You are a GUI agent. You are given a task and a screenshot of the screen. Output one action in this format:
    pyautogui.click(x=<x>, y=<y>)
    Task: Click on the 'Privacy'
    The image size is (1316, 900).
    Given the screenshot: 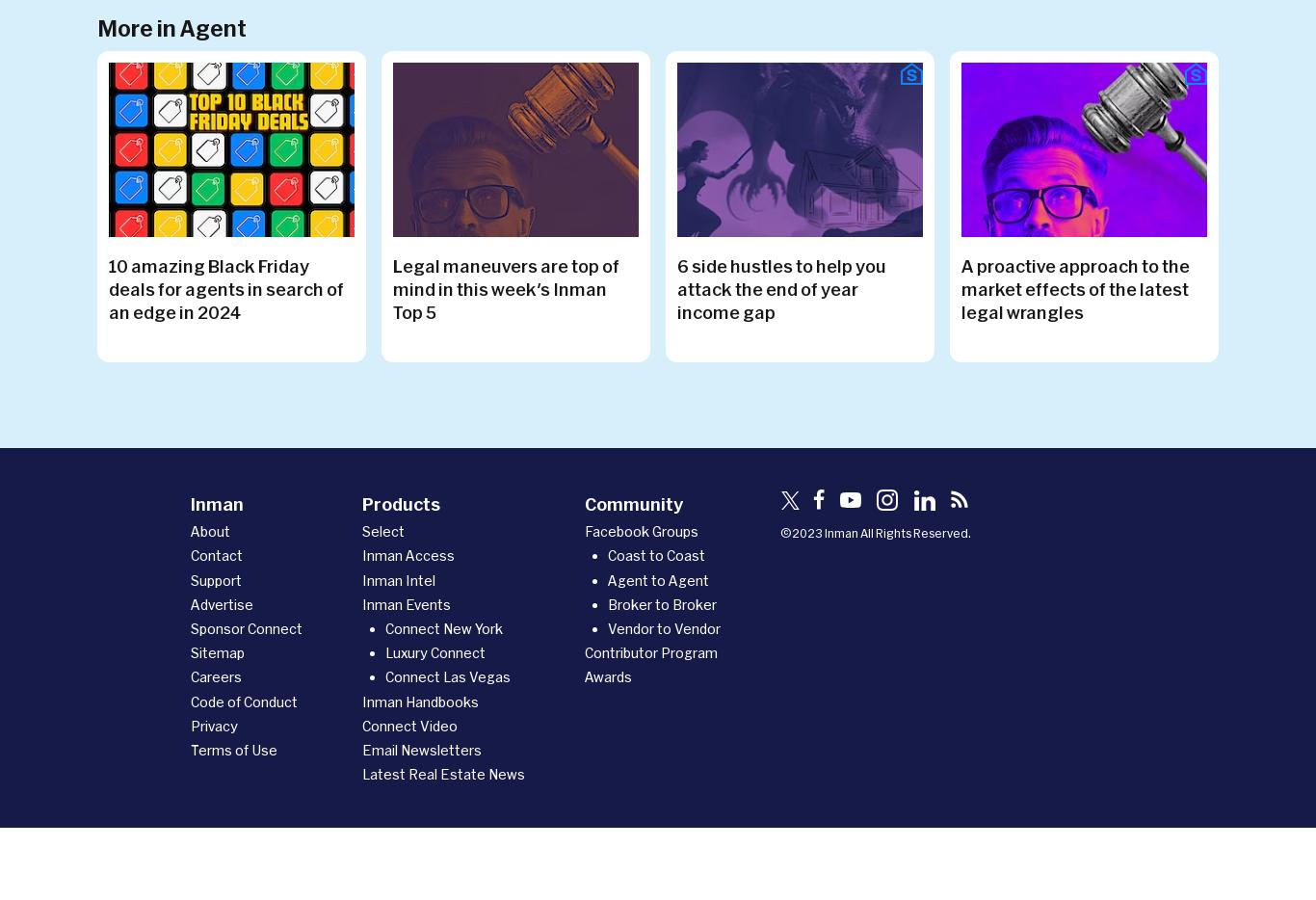 What is the action you would take?
    pyautogui.click(x=213, y=724)
    